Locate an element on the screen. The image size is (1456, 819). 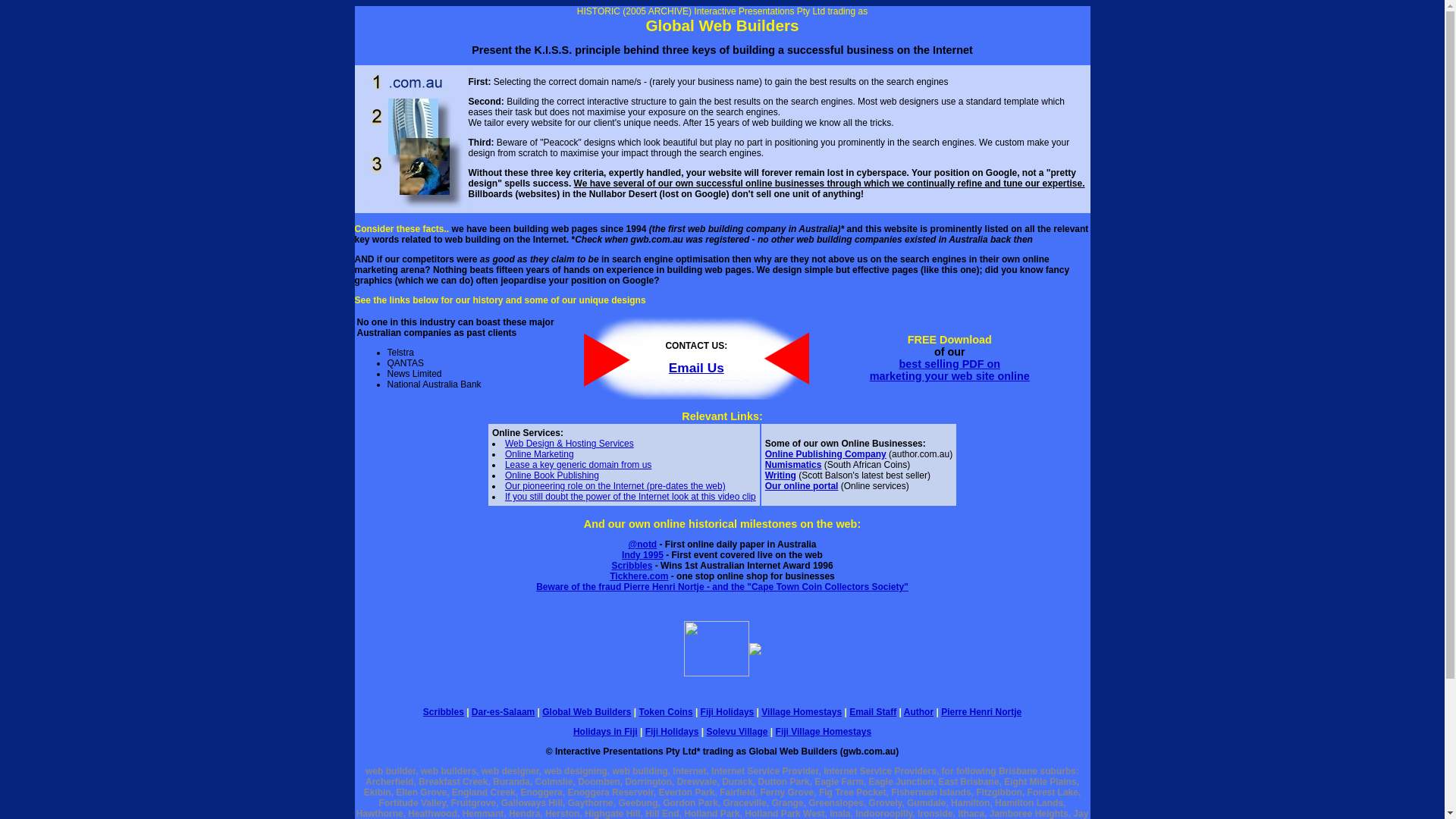
'Token Coins' is located at coordinates (638, 711).